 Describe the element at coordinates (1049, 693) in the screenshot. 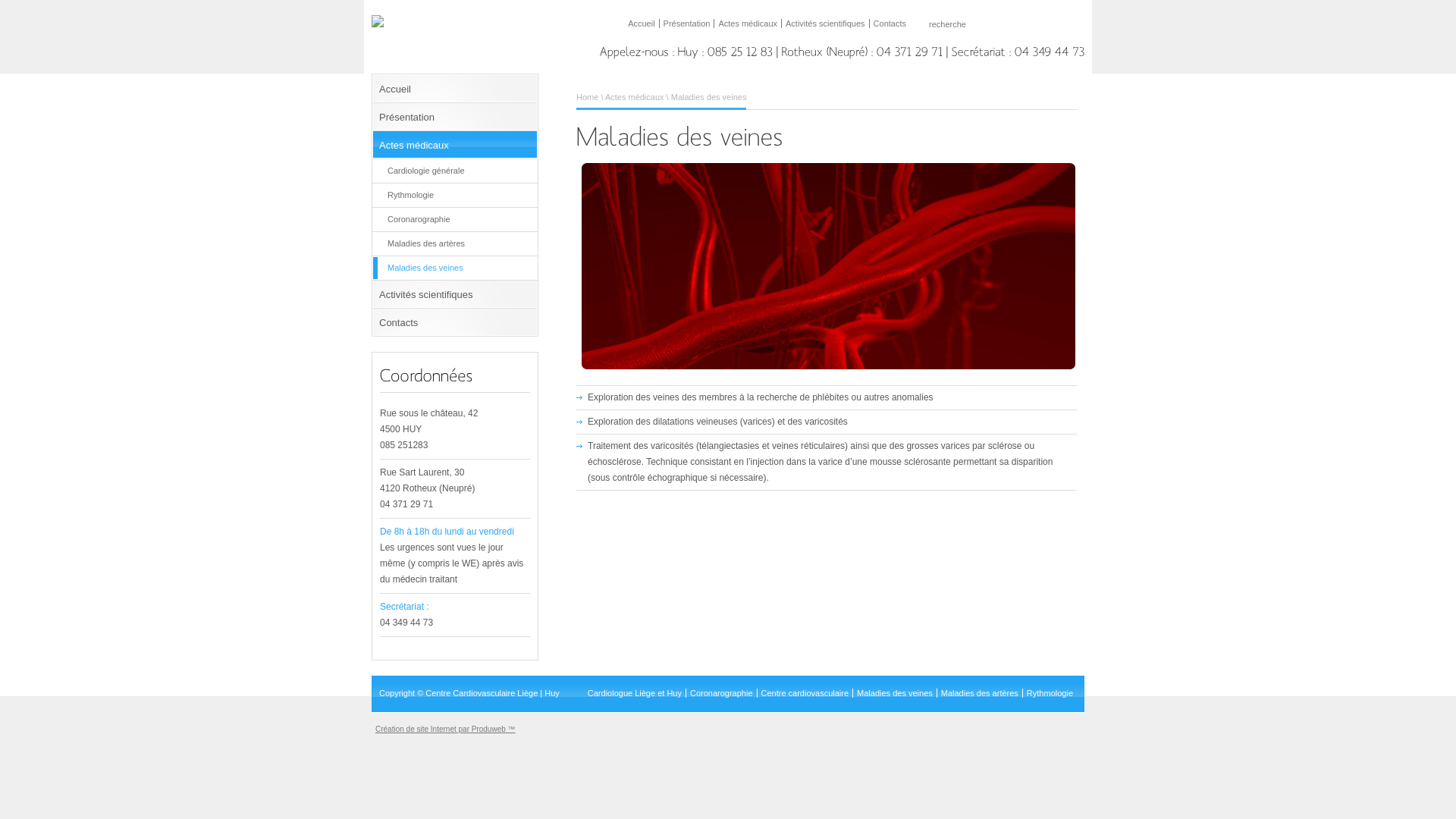

I see `'Rythmologie'` at that location.